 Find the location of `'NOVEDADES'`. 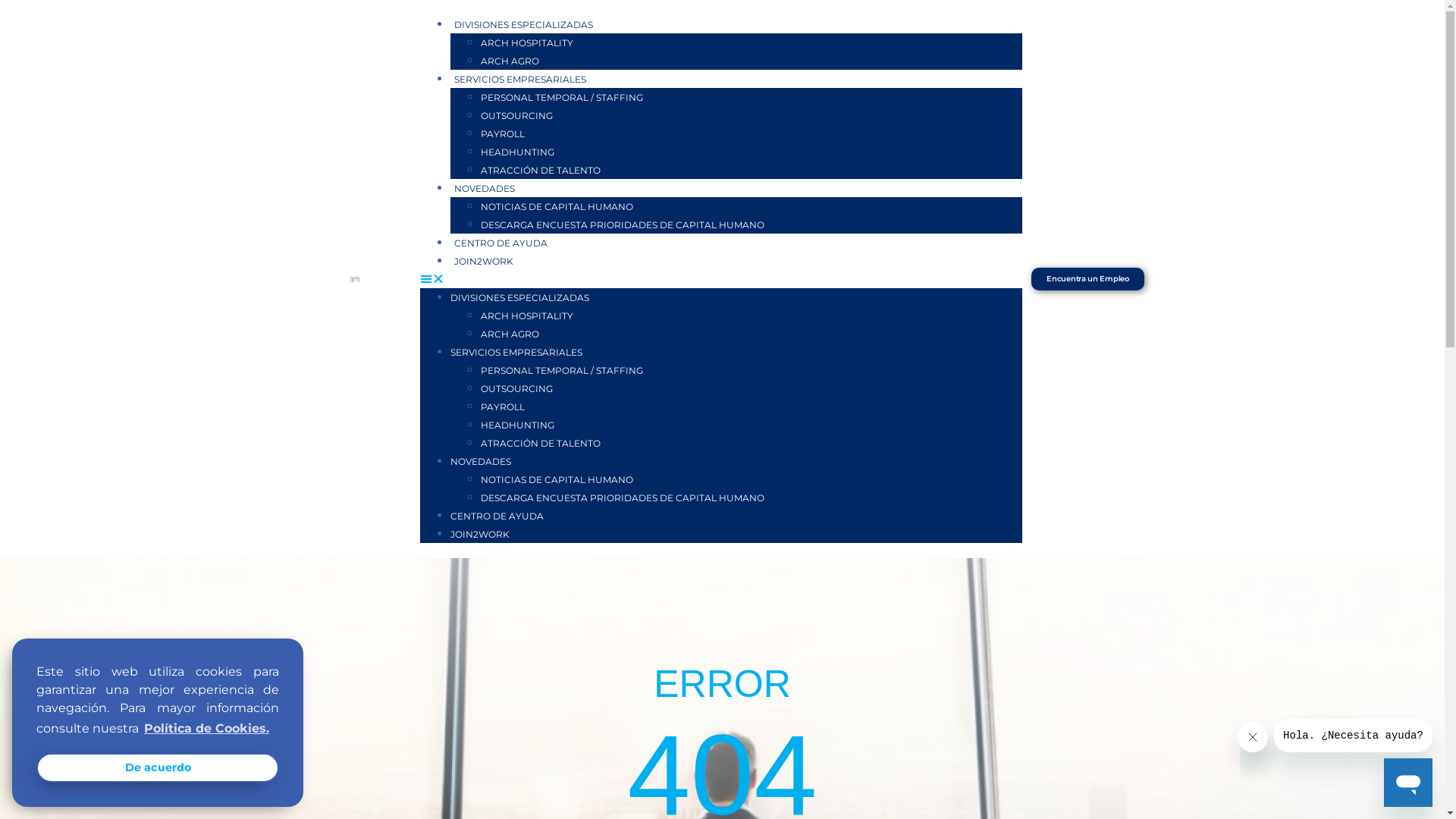

'NOVEDADES' is located at coordinates (450, 187).